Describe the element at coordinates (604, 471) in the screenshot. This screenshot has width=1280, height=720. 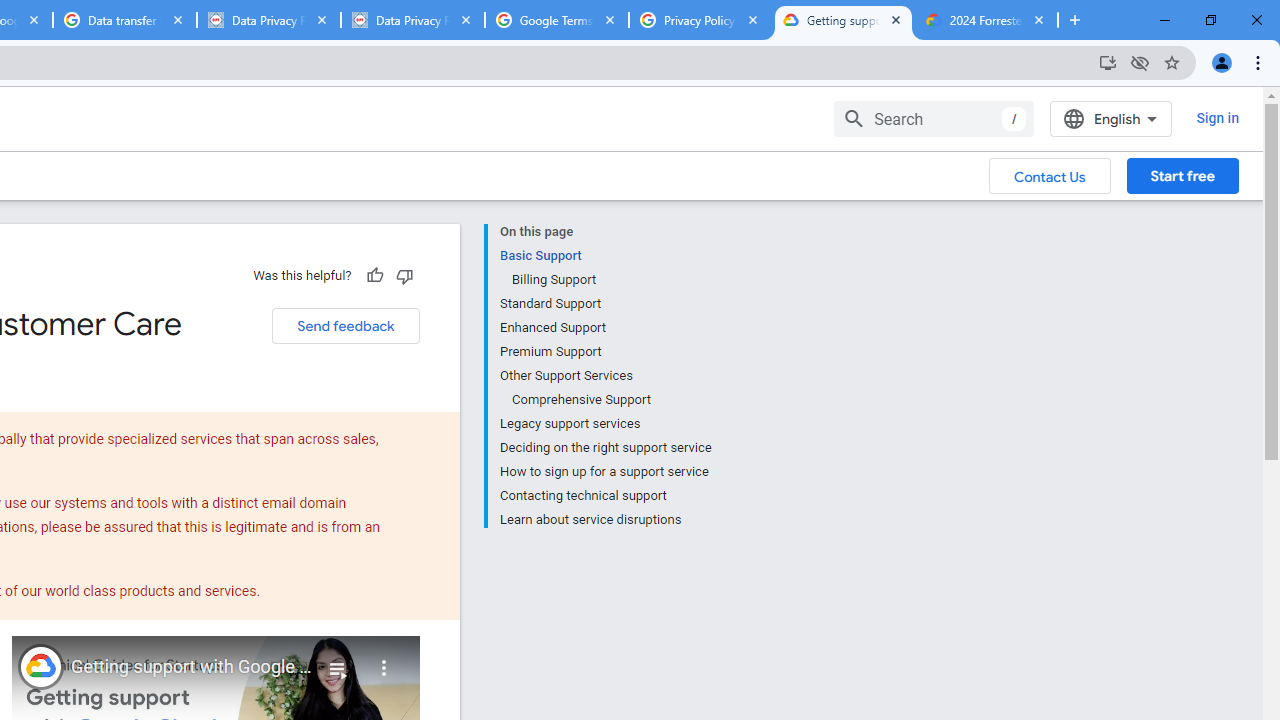
I see `'How to sign up for a support service'` at that location.